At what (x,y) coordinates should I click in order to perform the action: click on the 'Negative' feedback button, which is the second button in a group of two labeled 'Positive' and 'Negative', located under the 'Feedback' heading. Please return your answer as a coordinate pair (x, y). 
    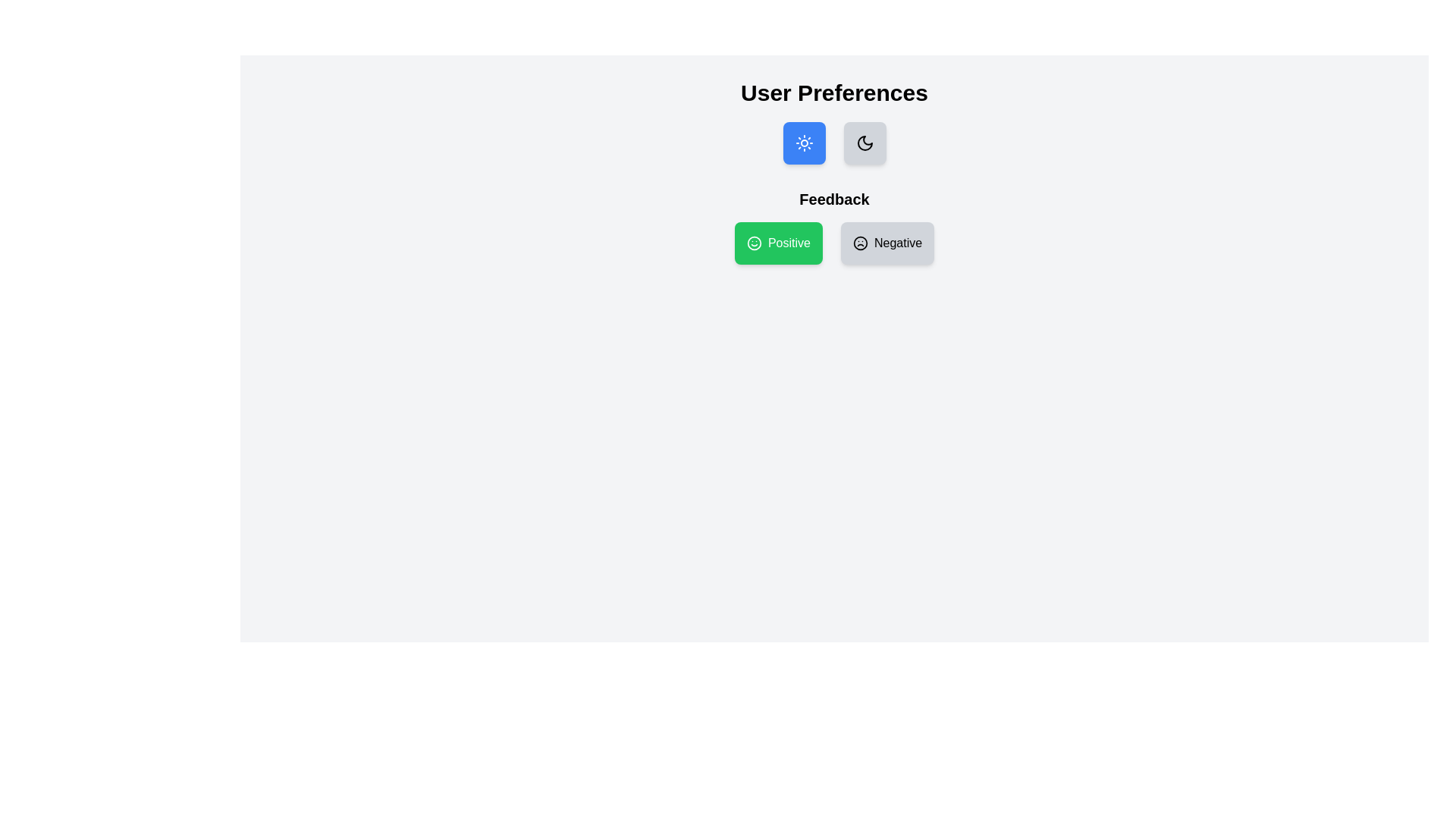
    Looking at the image, I should click on (887, 242).